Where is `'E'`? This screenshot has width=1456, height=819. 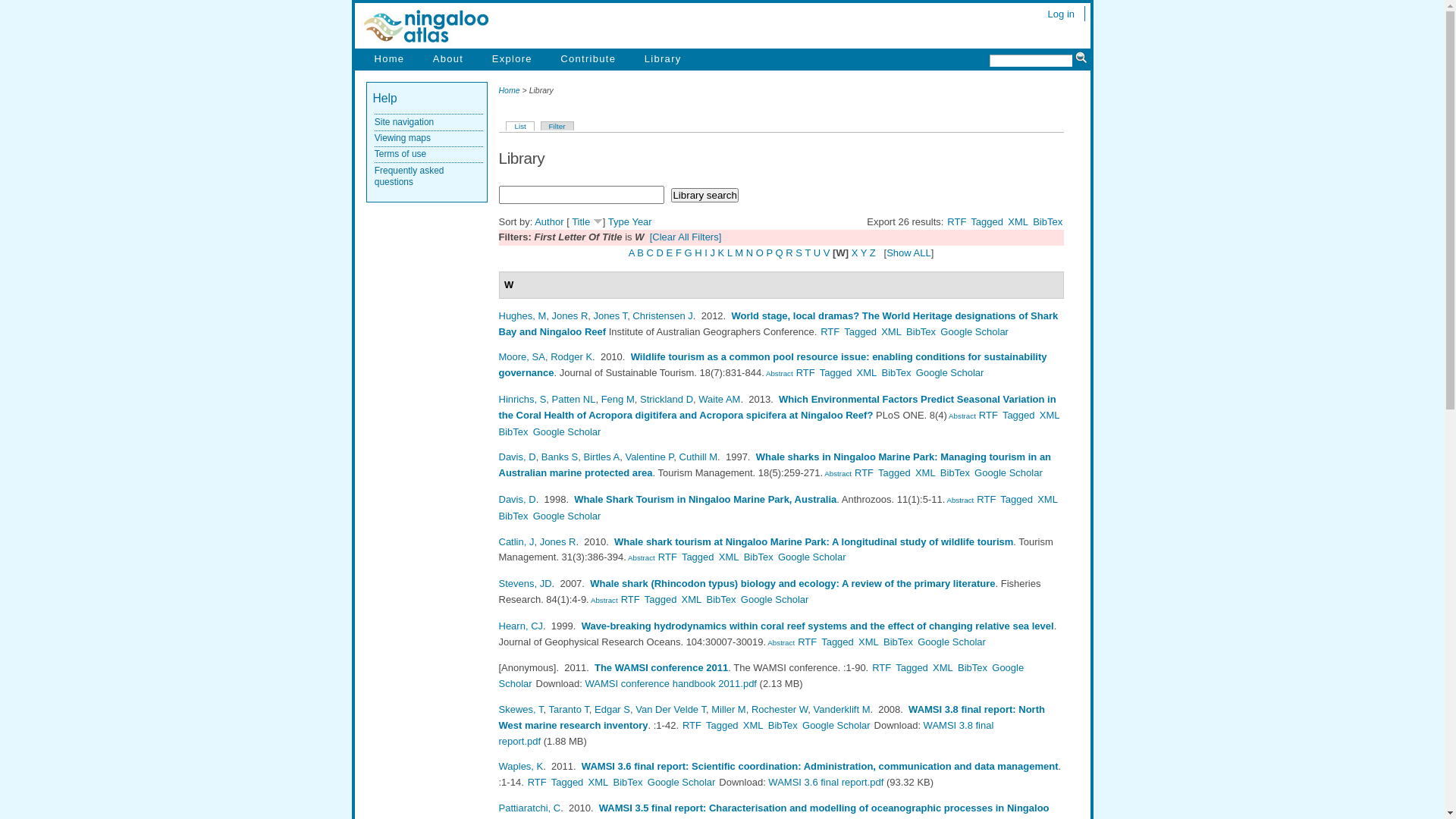
'E' is located at coordinates (669, 252).